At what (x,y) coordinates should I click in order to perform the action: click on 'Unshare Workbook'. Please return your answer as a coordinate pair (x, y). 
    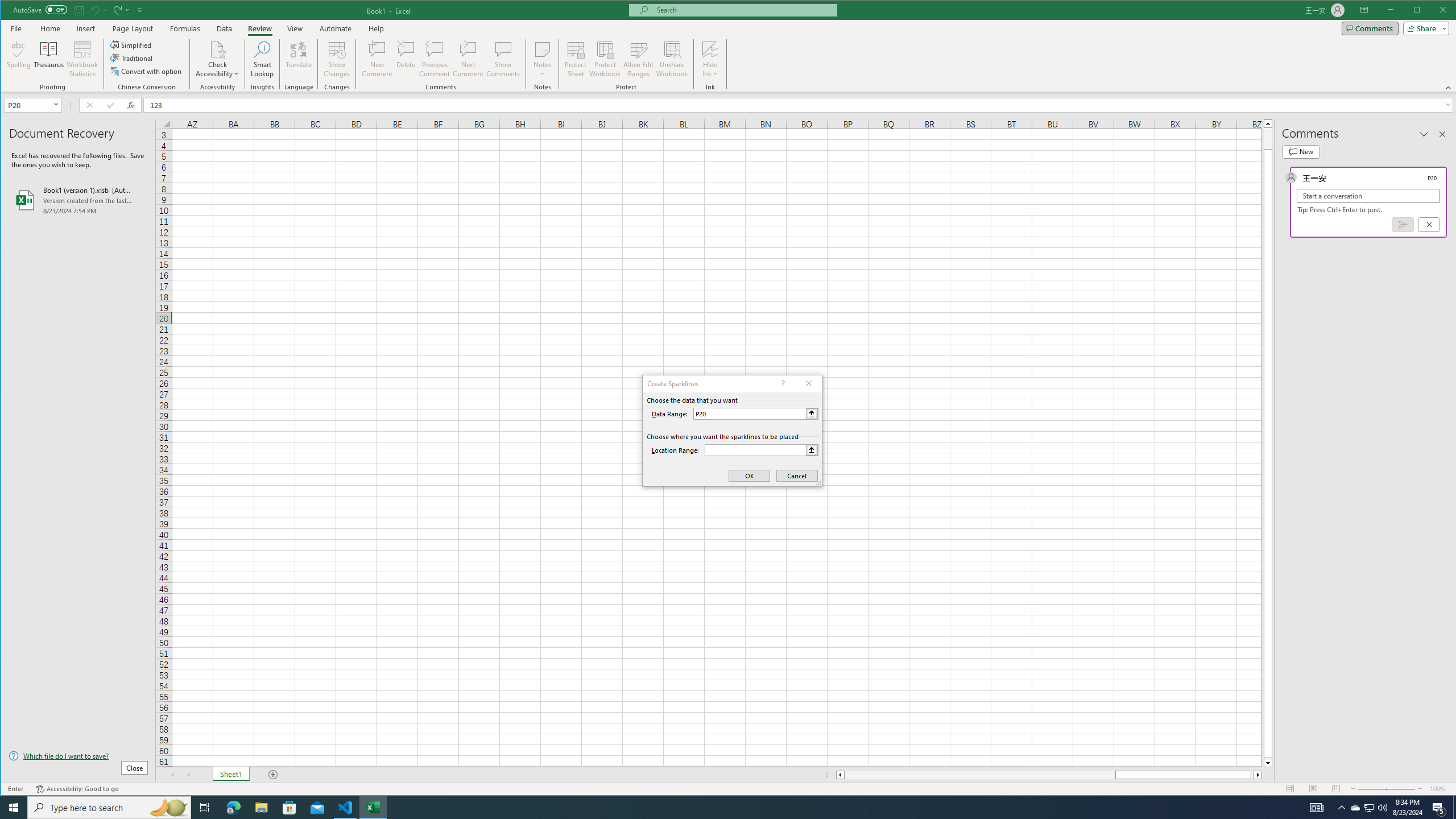
    Looking at the image, I should click on (672, 59).